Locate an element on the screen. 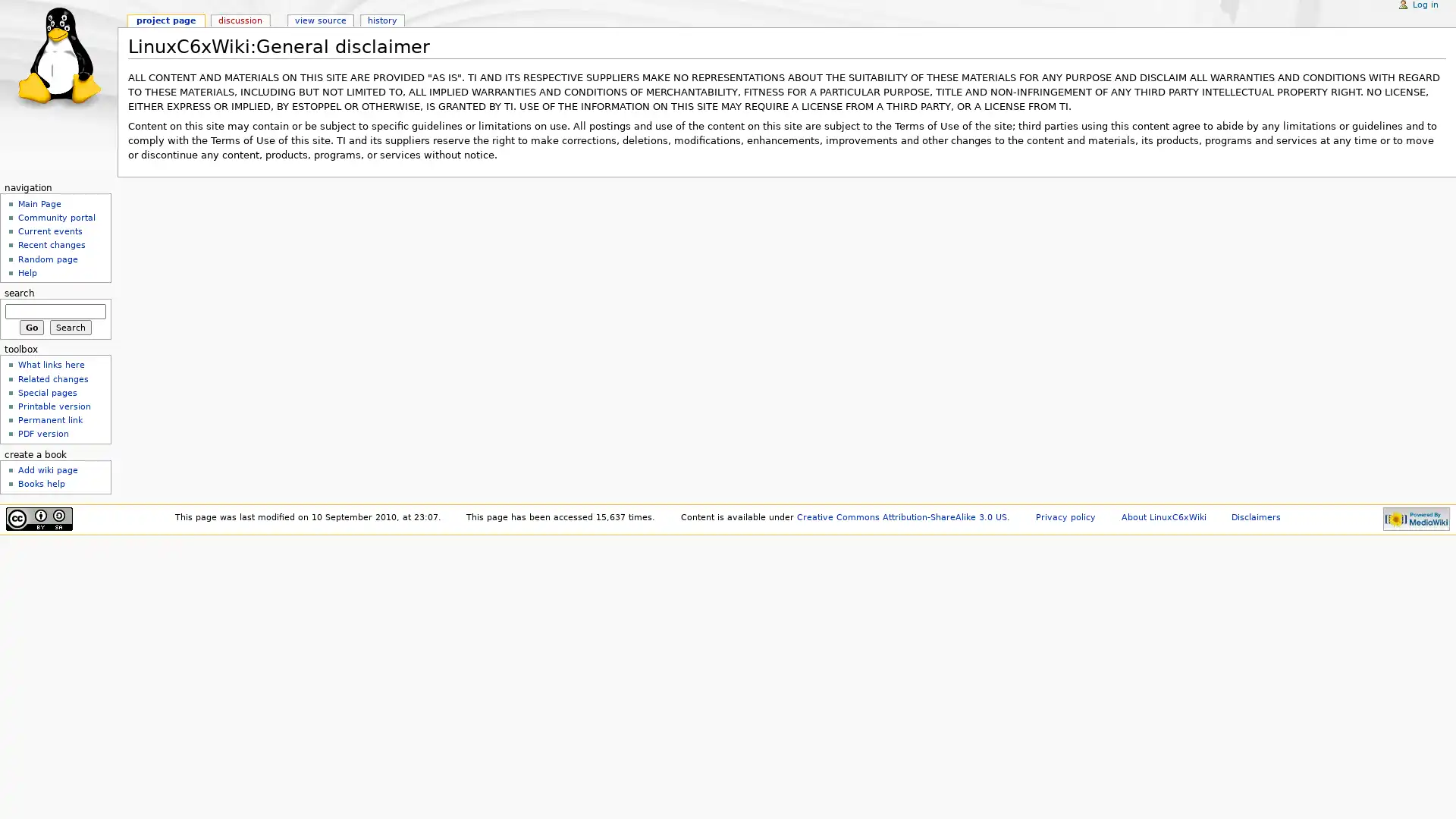  Go is located at coordinates (31, 326).